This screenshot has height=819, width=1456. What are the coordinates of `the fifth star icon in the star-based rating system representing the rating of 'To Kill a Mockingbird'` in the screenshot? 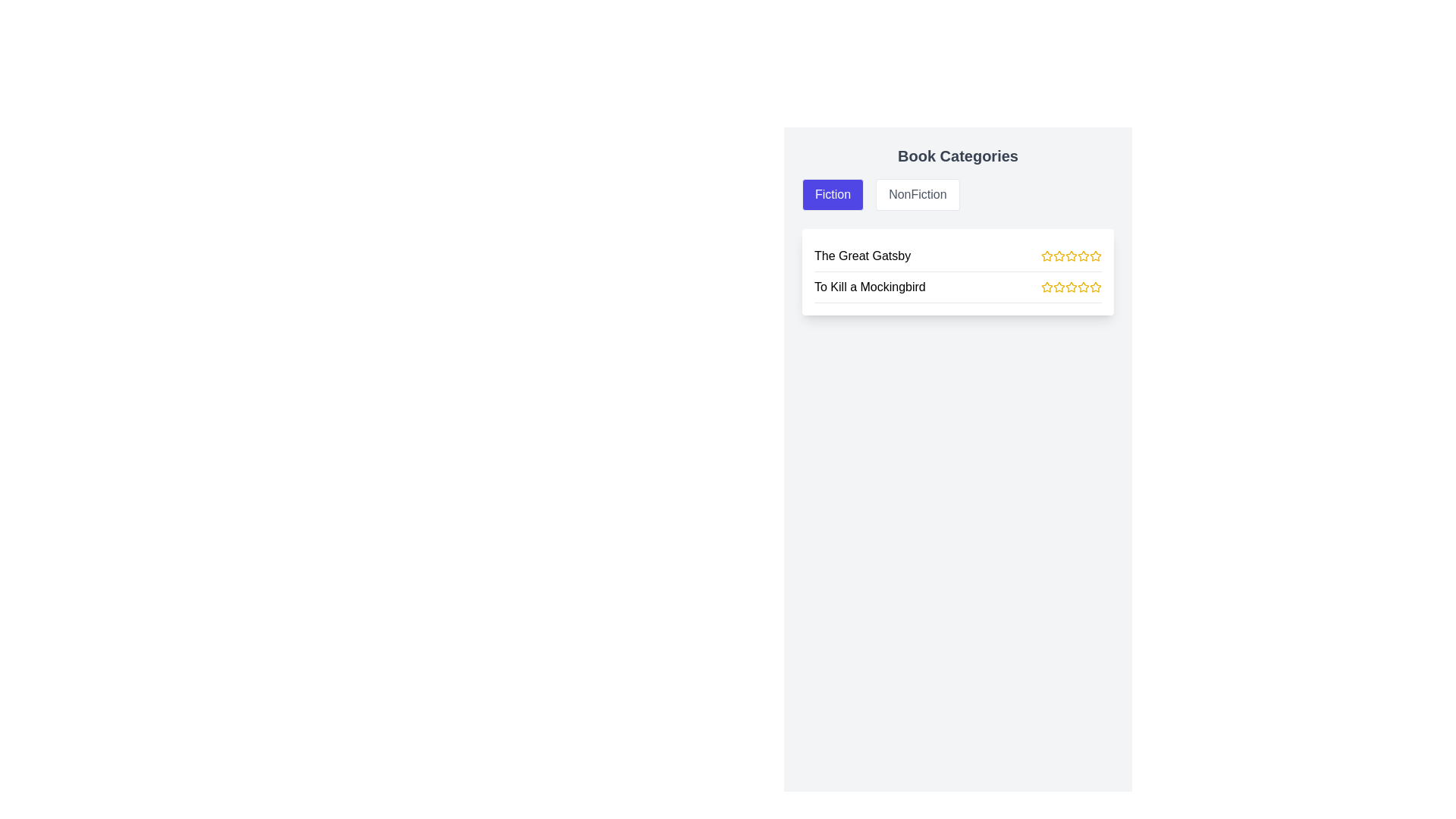 It's located at (1083, 287).